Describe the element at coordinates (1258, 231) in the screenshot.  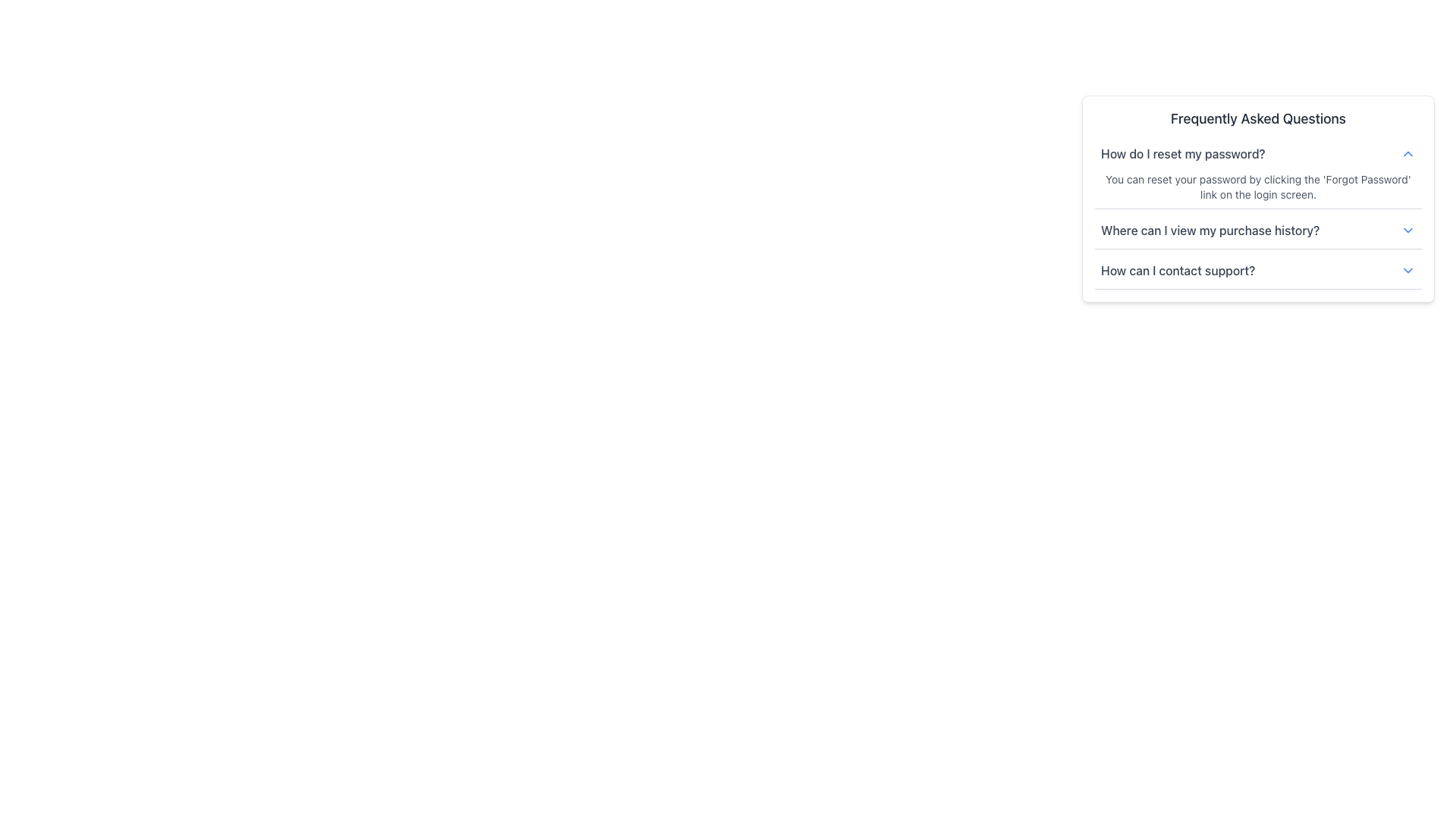
I see `the second entry in the FAQ section's dropdown list item that reveals additional information about viewing purchase history` at that location.